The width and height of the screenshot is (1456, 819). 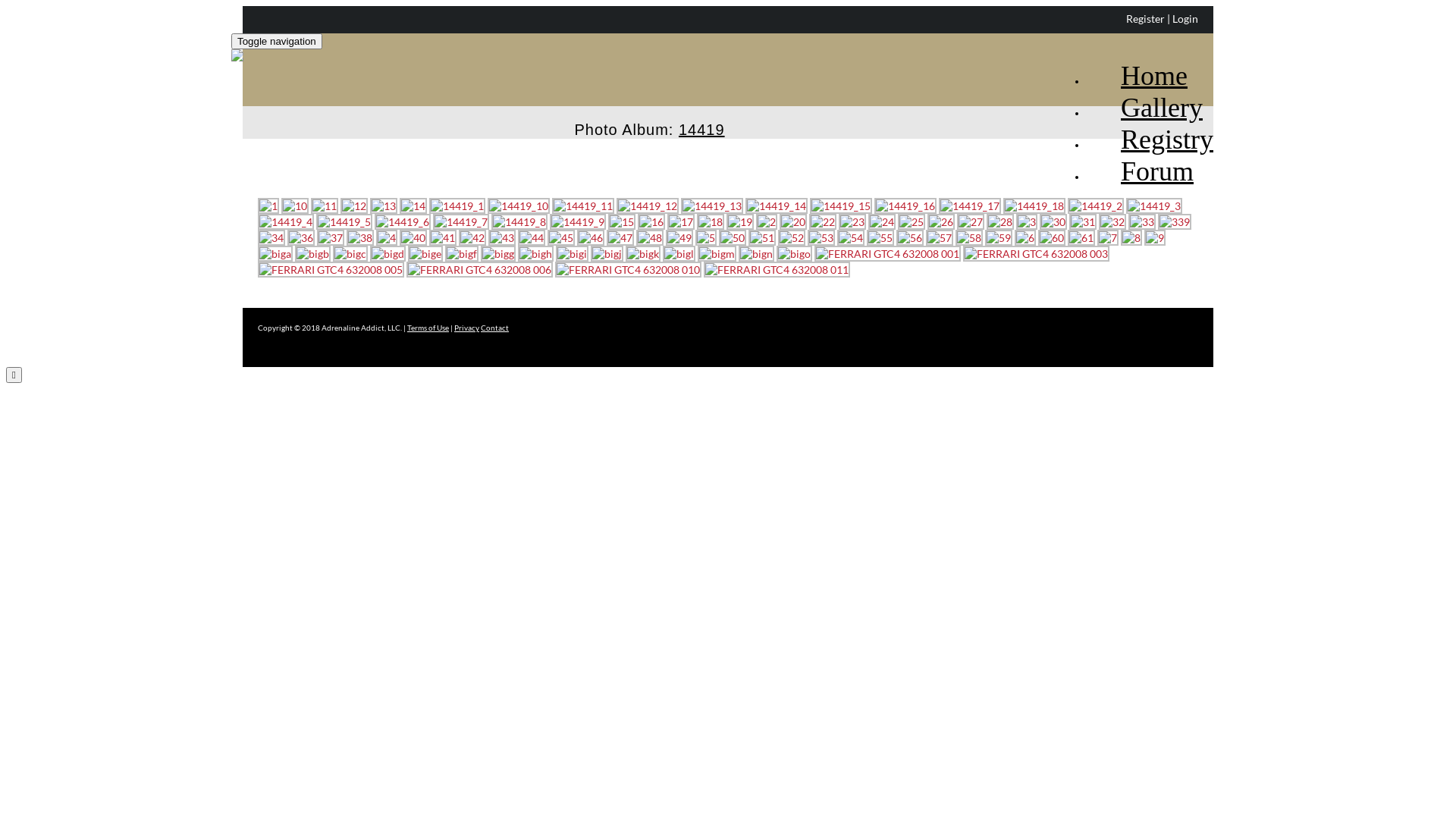 What do you see at coordinates (1086, 94) in the screenshot?
I see `'Gallery'` at bounding box center [1086, 94].